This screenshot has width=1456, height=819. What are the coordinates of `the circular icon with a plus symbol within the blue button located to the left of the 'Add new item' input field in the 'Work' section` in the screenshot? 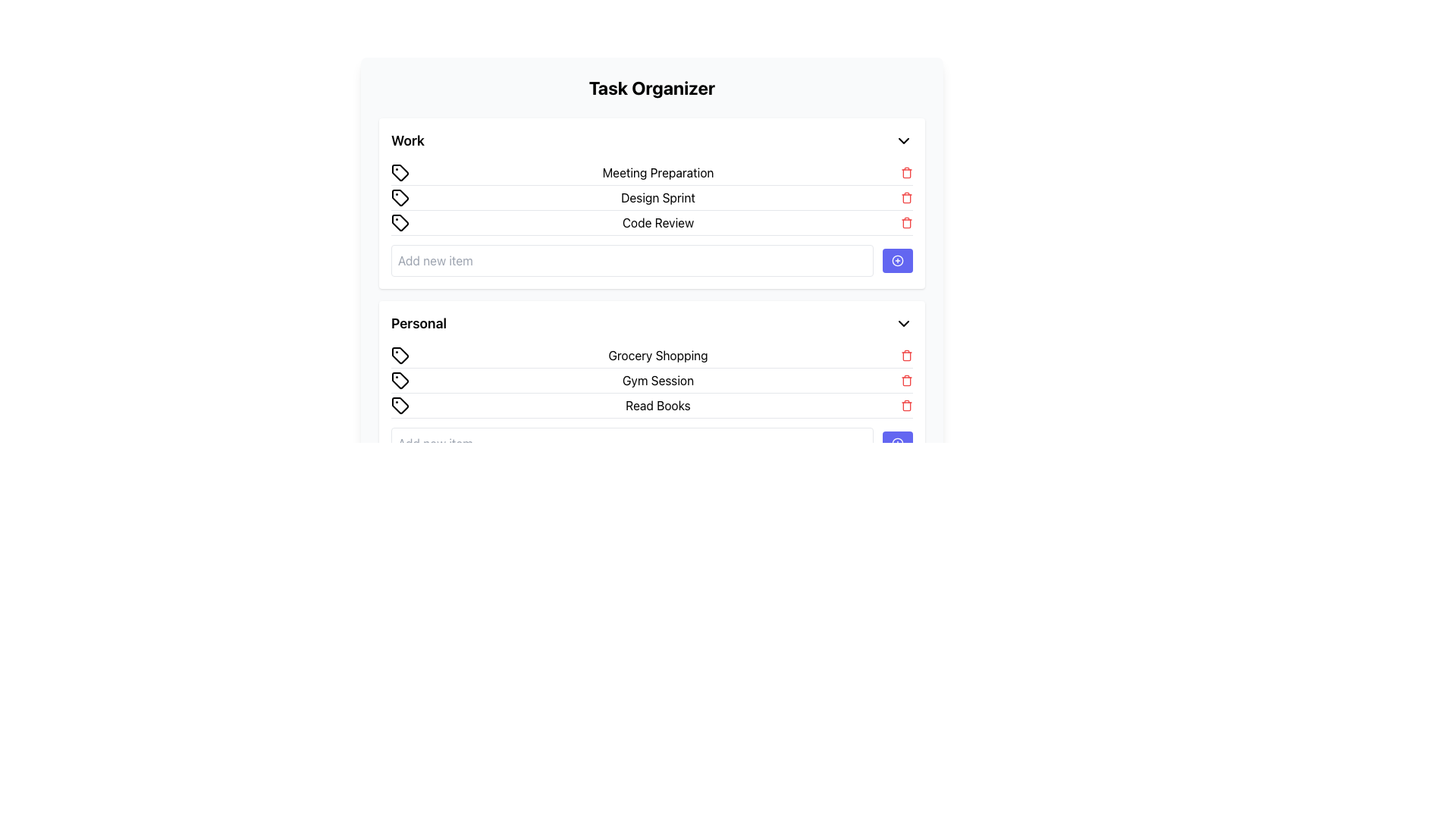 It's located at (898, 259).